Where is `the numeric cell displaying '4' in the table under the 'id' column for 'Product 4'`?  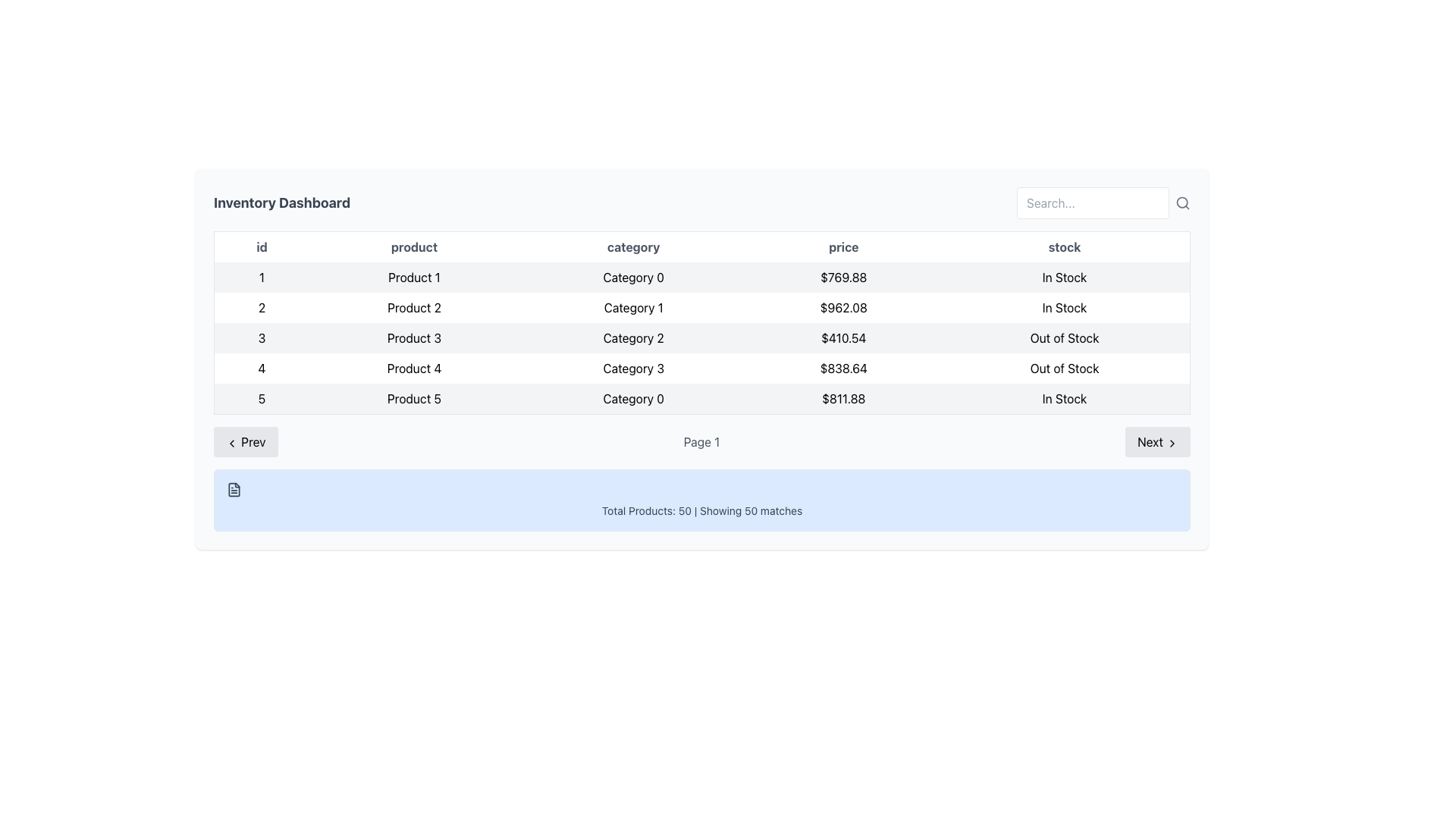 the numeric cell displaying '4' in the table under the 'id' column for 'Product 4' is located at coordinates (262, 369).